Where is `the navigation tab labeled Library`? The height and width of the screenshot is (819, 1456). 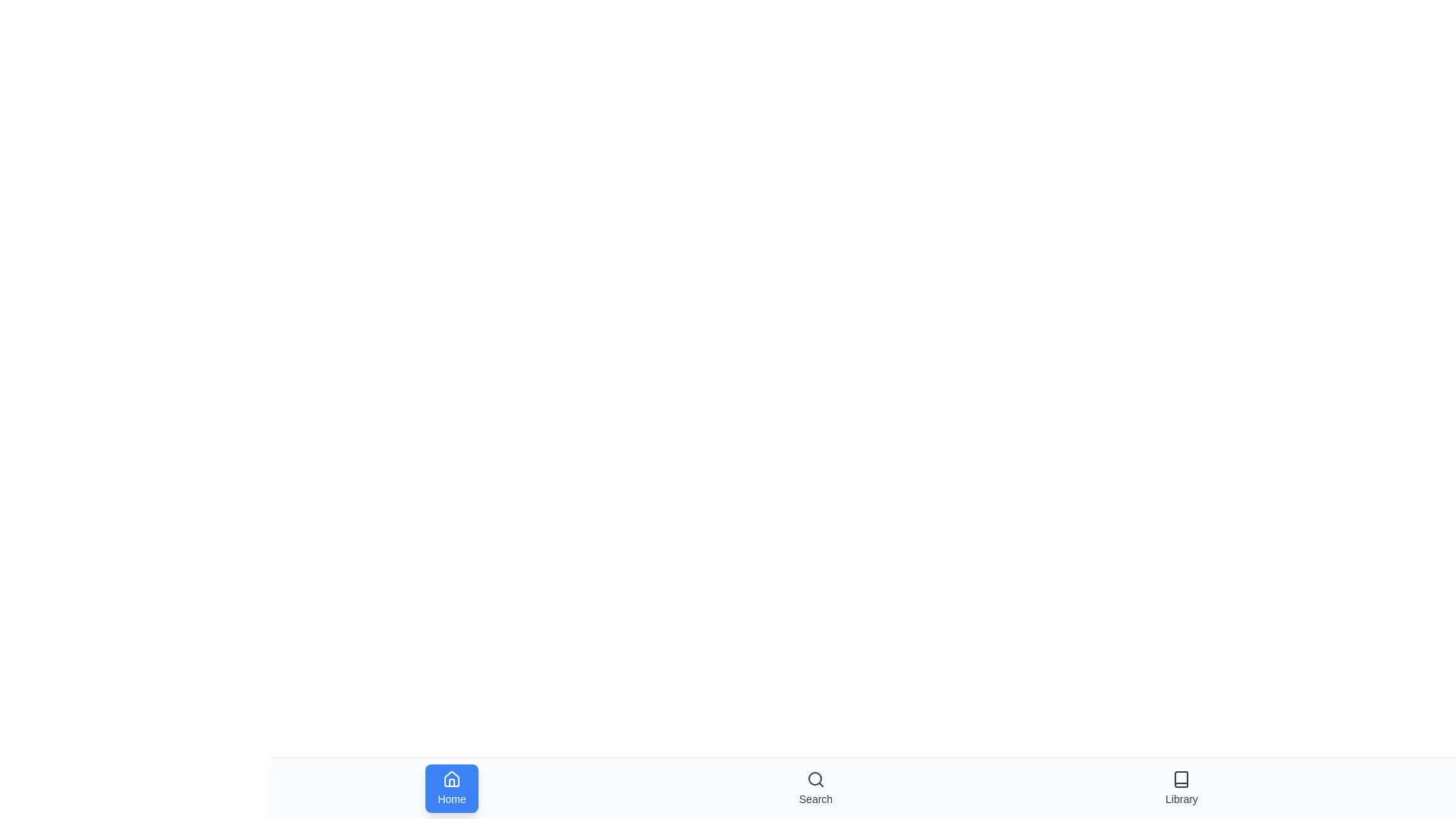 the navigation tab labeled Library is located at coordinates (1181, 788).